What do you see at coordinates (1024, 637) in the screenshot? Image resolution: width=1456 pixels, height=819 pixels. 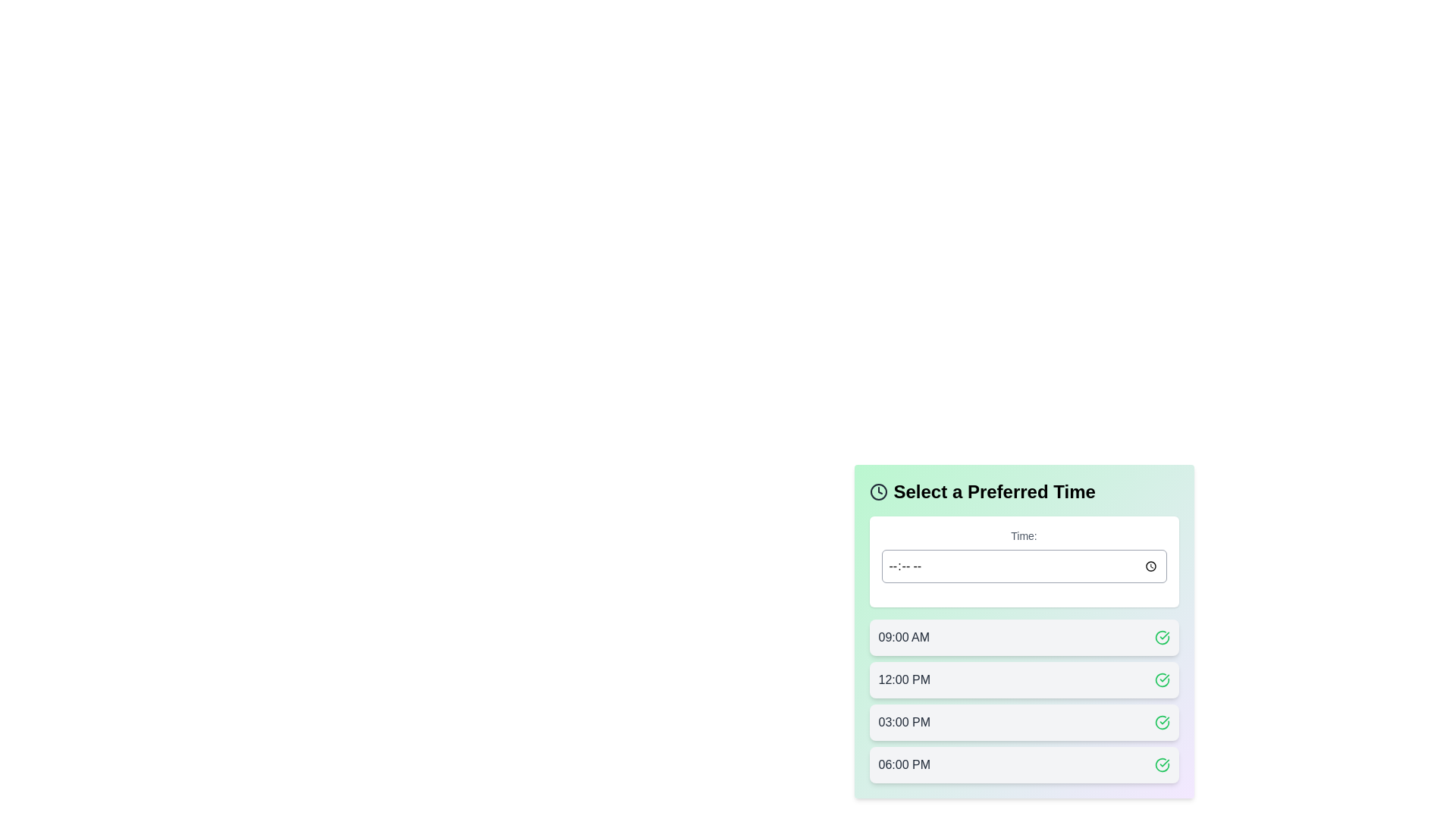 I see `the first selectable time option in the time picker interface that represents '09:00 AM'` at bounding box center [1024, 637].